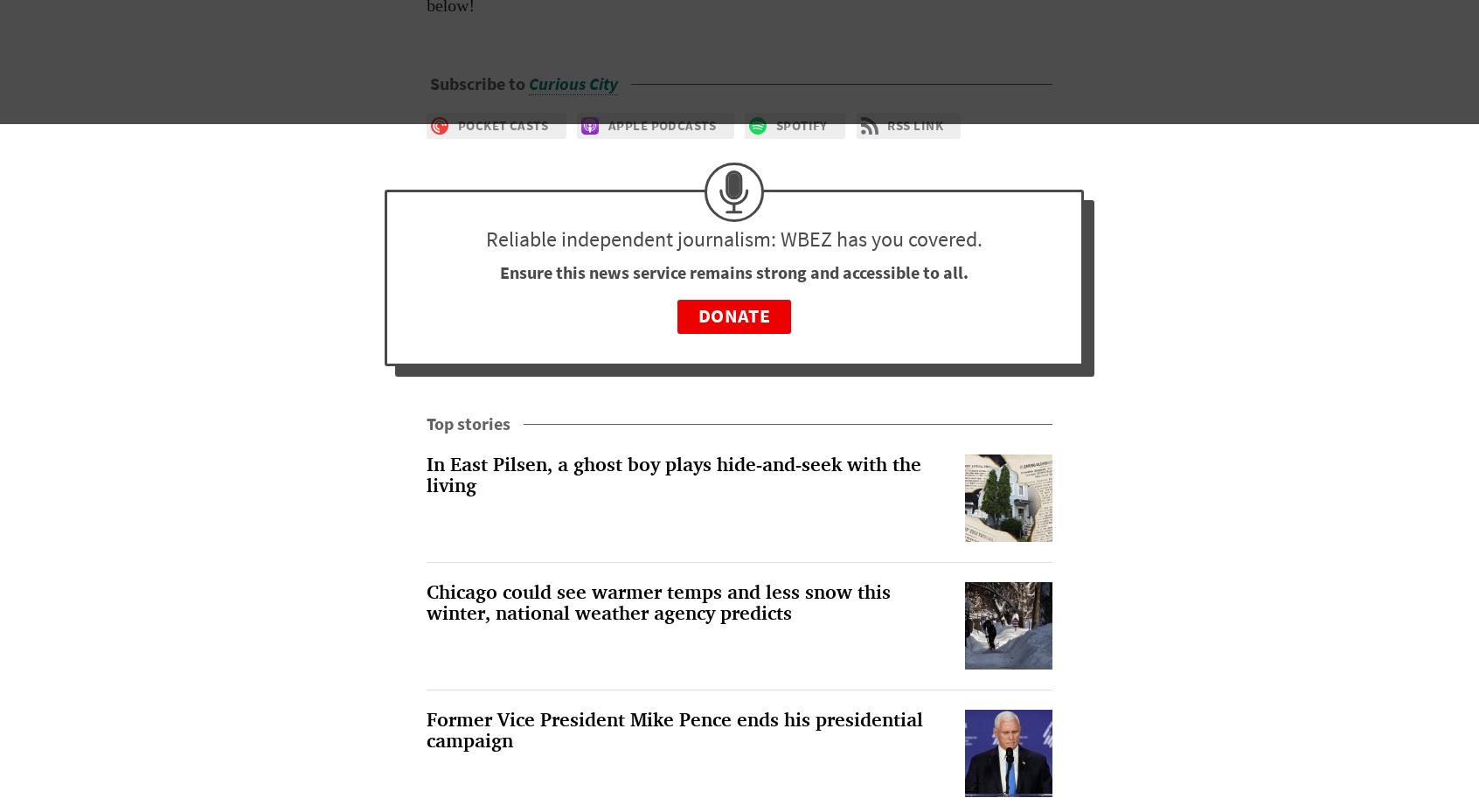  What do you see at coordinates (501, 124) in the screenshot?
I see `'Pocket Casts'` at bounding box center [501, 124].